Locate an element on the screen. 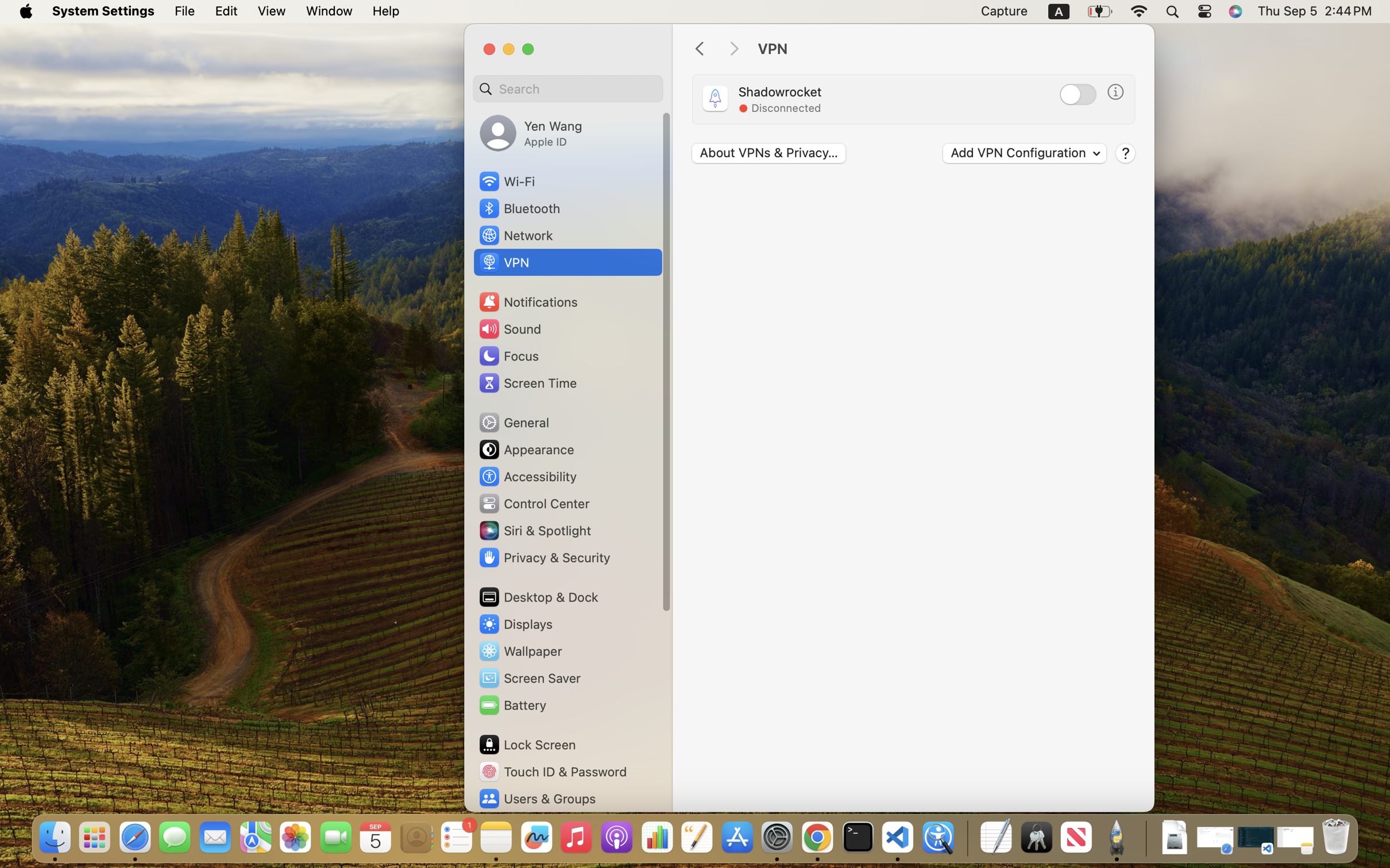  'Accessibility' is located at coordinates (527, 476).